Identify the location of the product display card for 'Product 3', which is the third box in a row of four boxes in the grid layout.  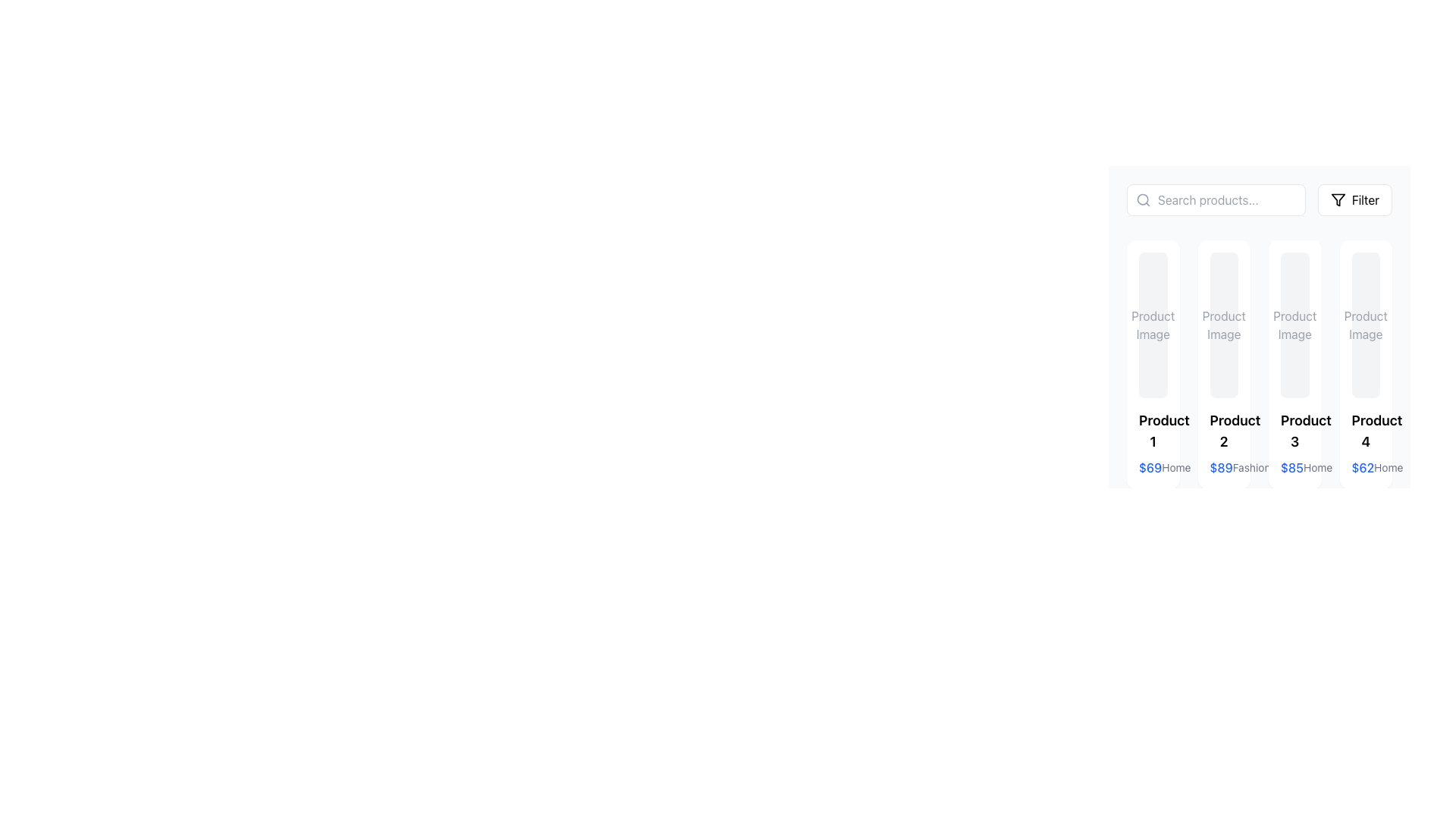
(1259, 317).